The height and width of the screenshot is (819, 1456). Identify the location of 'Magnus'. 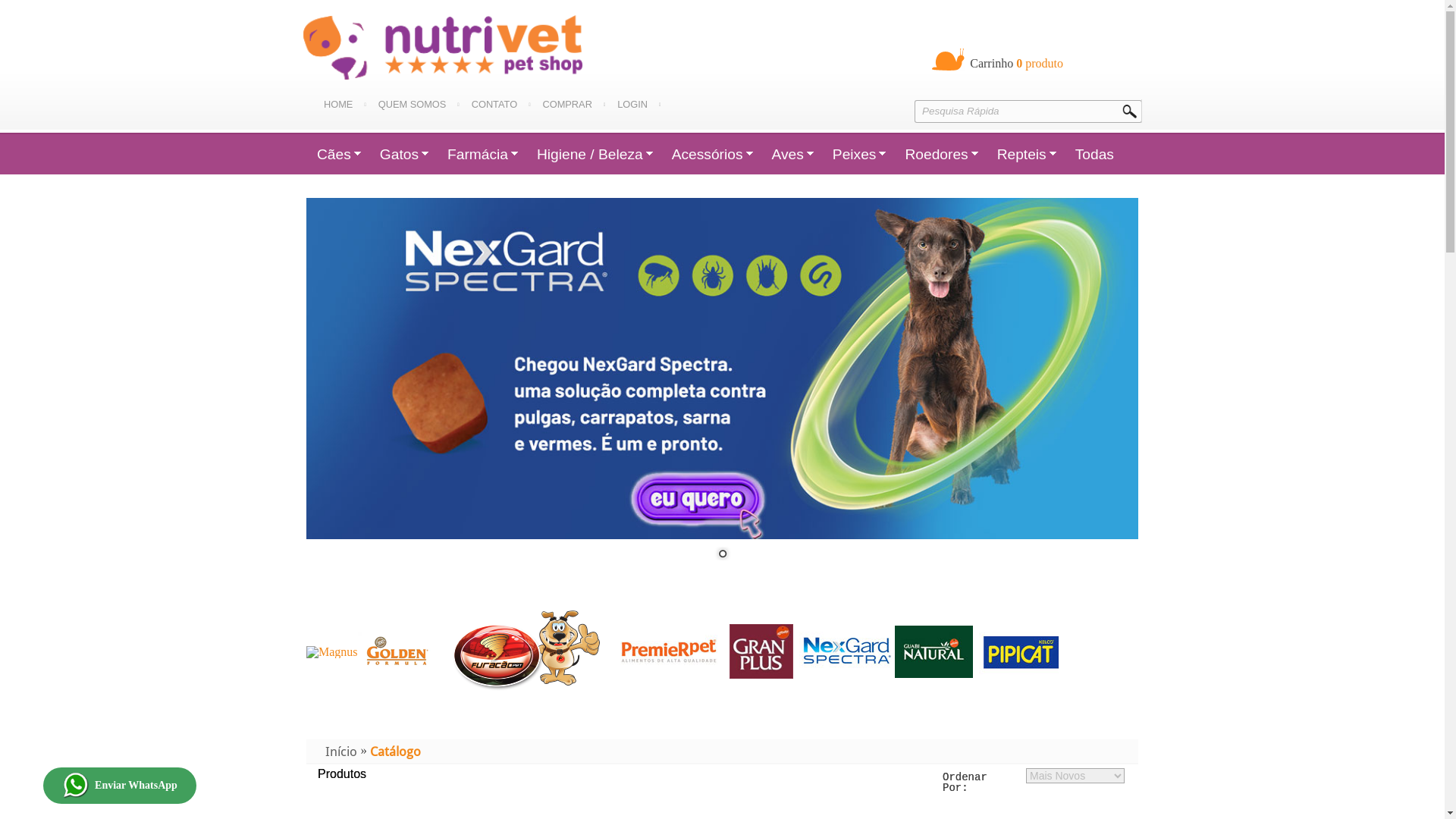
(331, 651).